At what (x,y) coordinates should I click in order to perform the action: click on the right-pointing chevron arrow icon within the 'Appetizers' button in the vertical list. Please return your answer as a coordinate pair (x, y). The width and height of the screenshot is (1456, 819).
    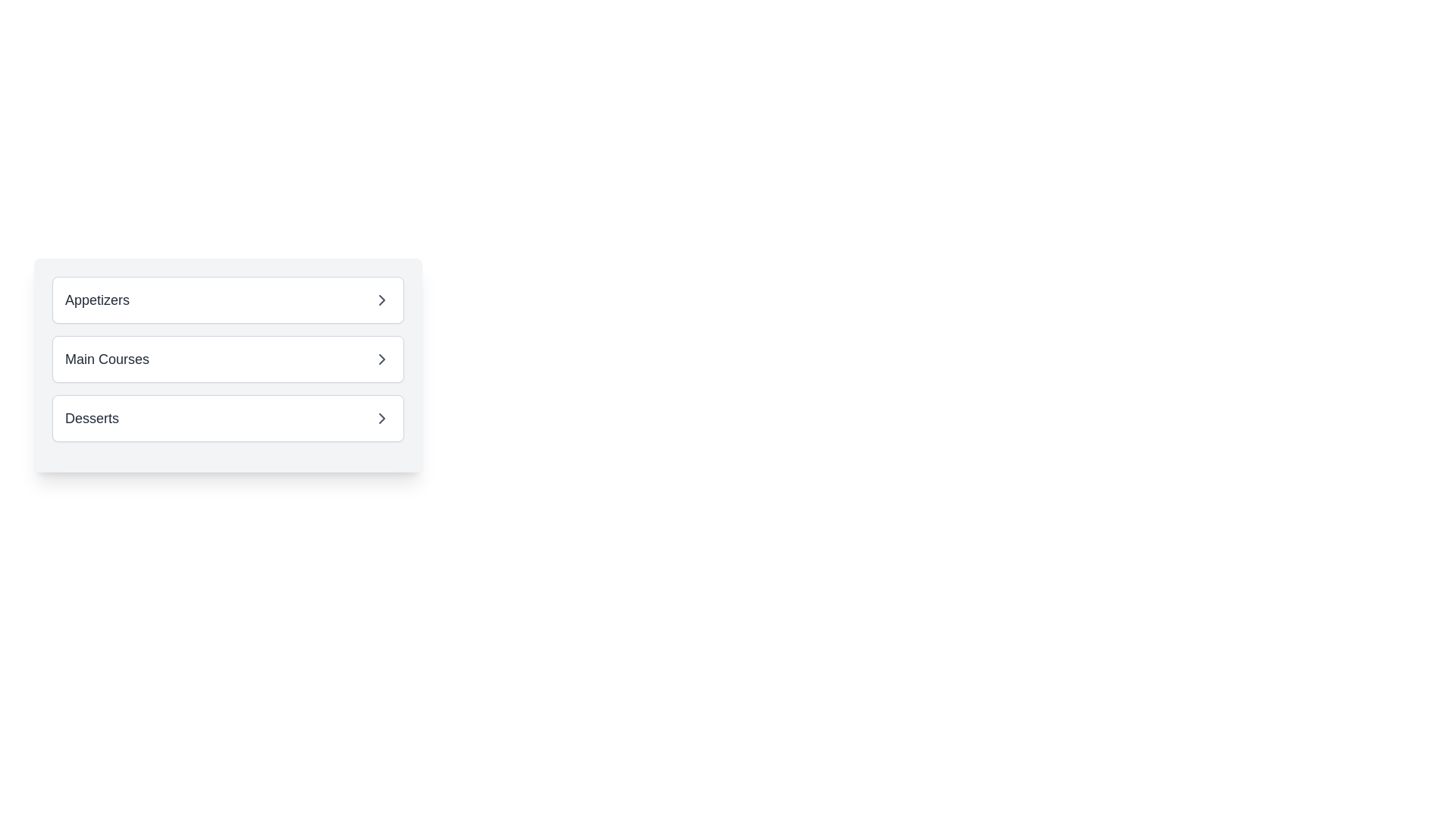
    Looking at the image, I should click on (382, 300).